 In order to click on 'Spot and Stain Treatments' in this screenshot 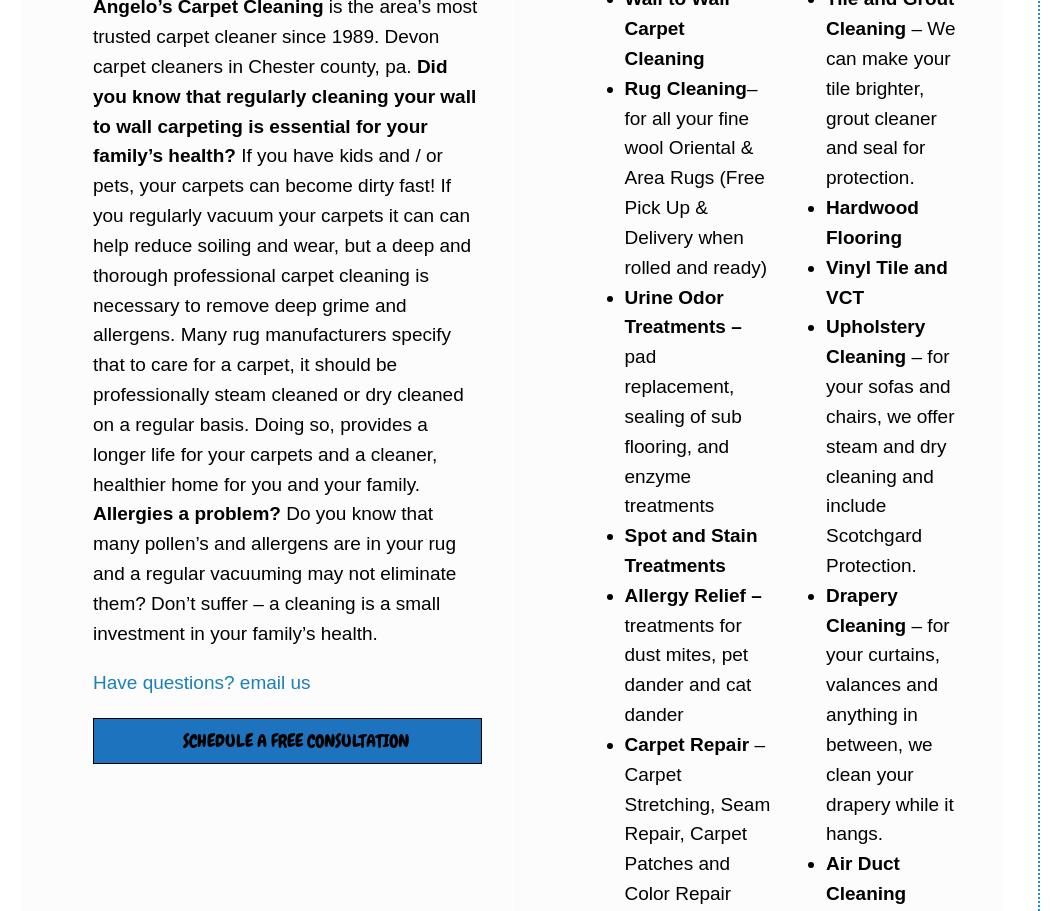, I will do `click(690, 549)`.